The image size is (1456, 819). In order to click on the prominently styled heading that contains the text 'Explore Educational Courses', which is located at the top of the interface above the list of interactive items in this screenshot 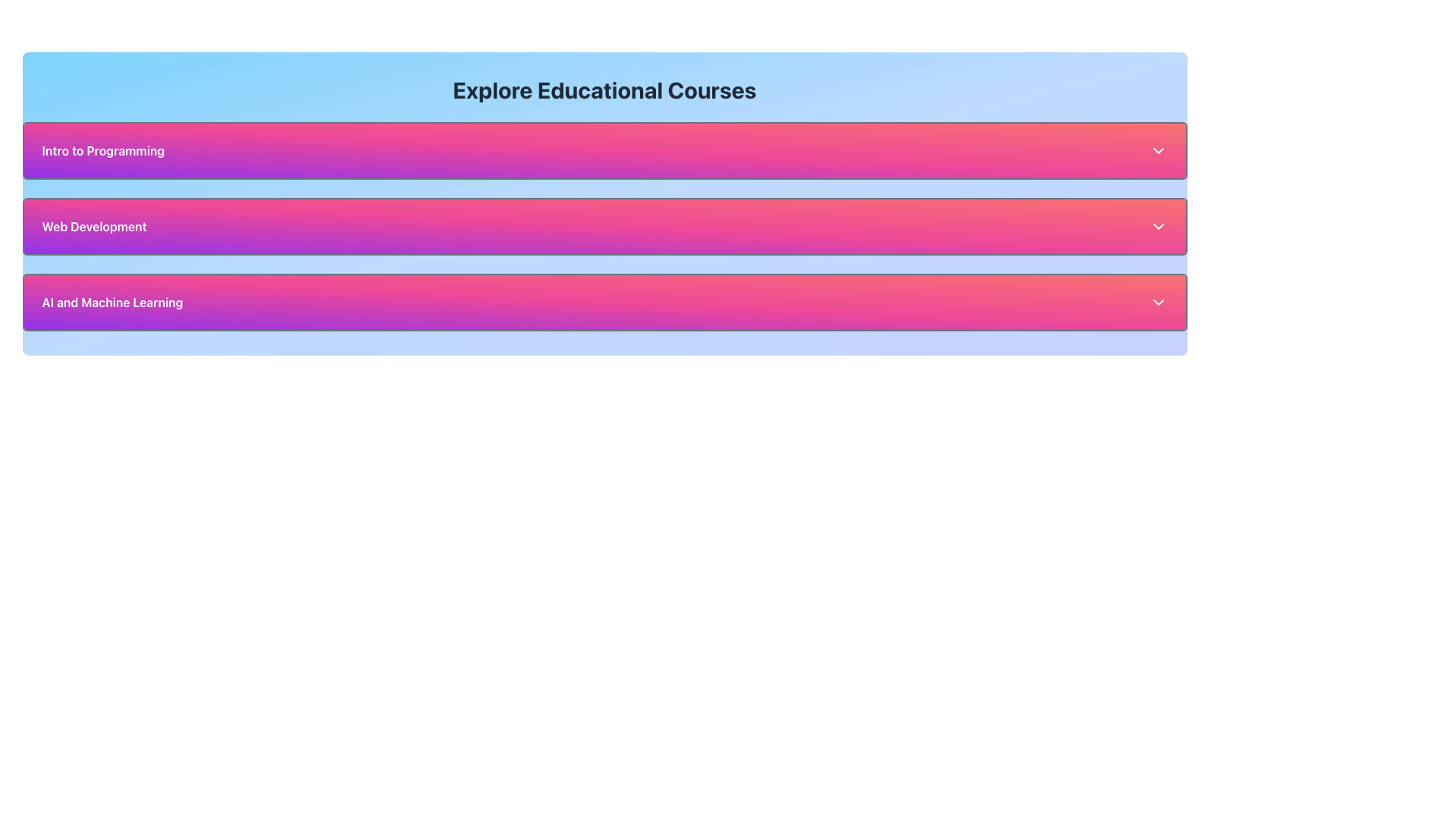, I will do `click(604, 90)`.